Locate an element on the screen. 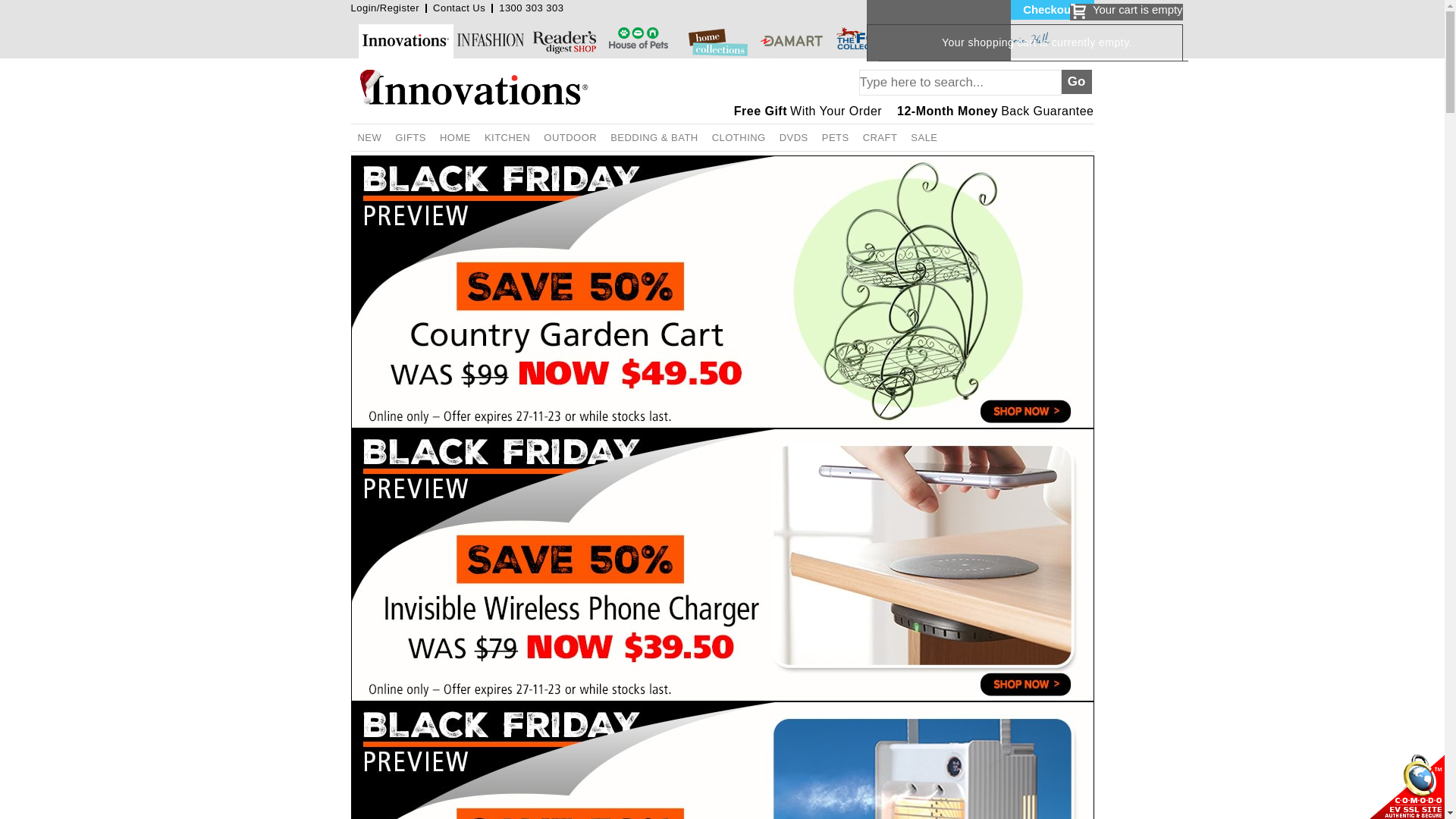 This screenshot has height=819, width=1456. 'GIFTS' is located at coordinates (388, 137).